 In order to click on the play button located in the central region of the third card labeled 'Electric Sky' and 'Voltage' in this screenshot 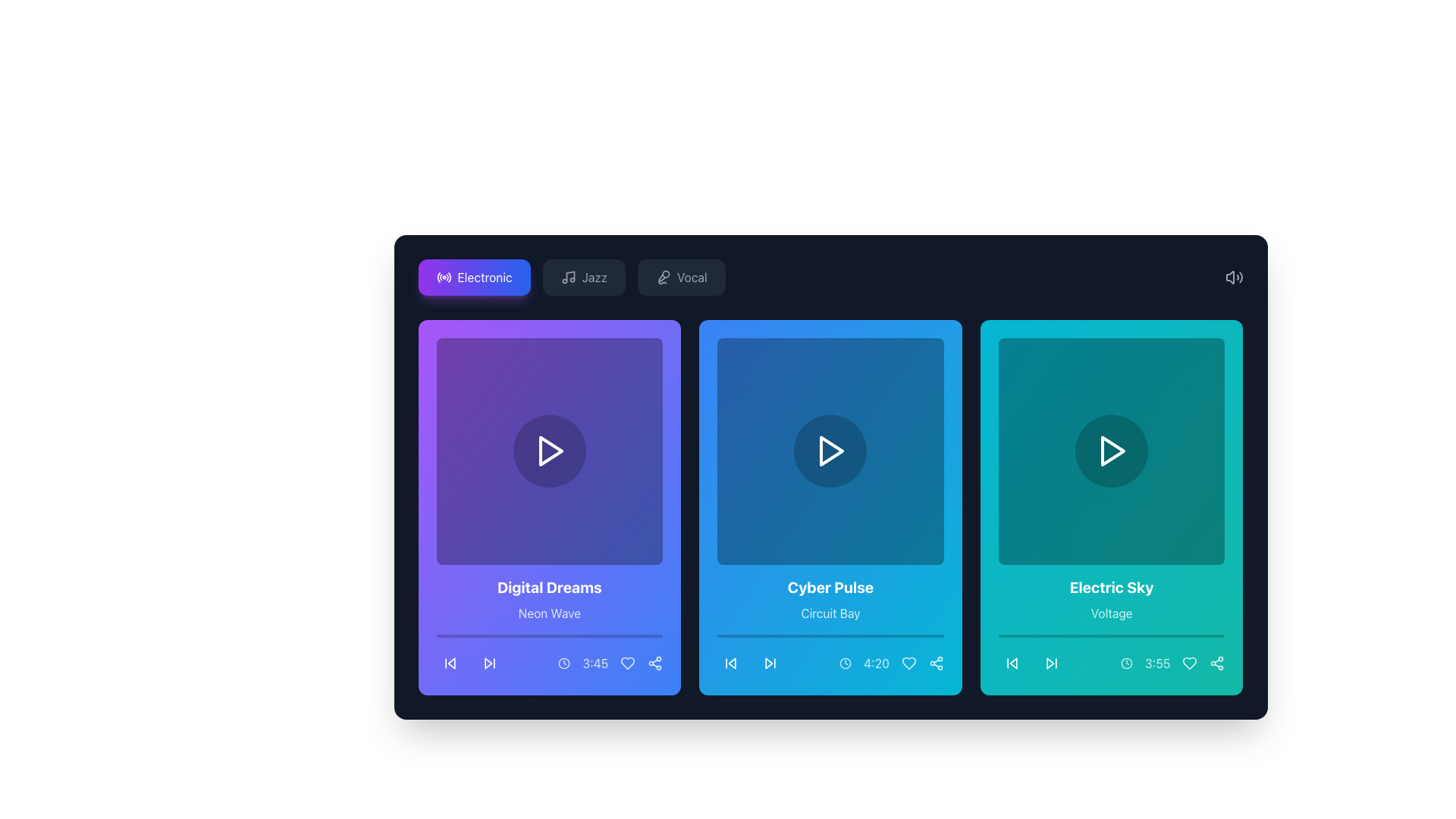, I will do `click(1112, 450)`.